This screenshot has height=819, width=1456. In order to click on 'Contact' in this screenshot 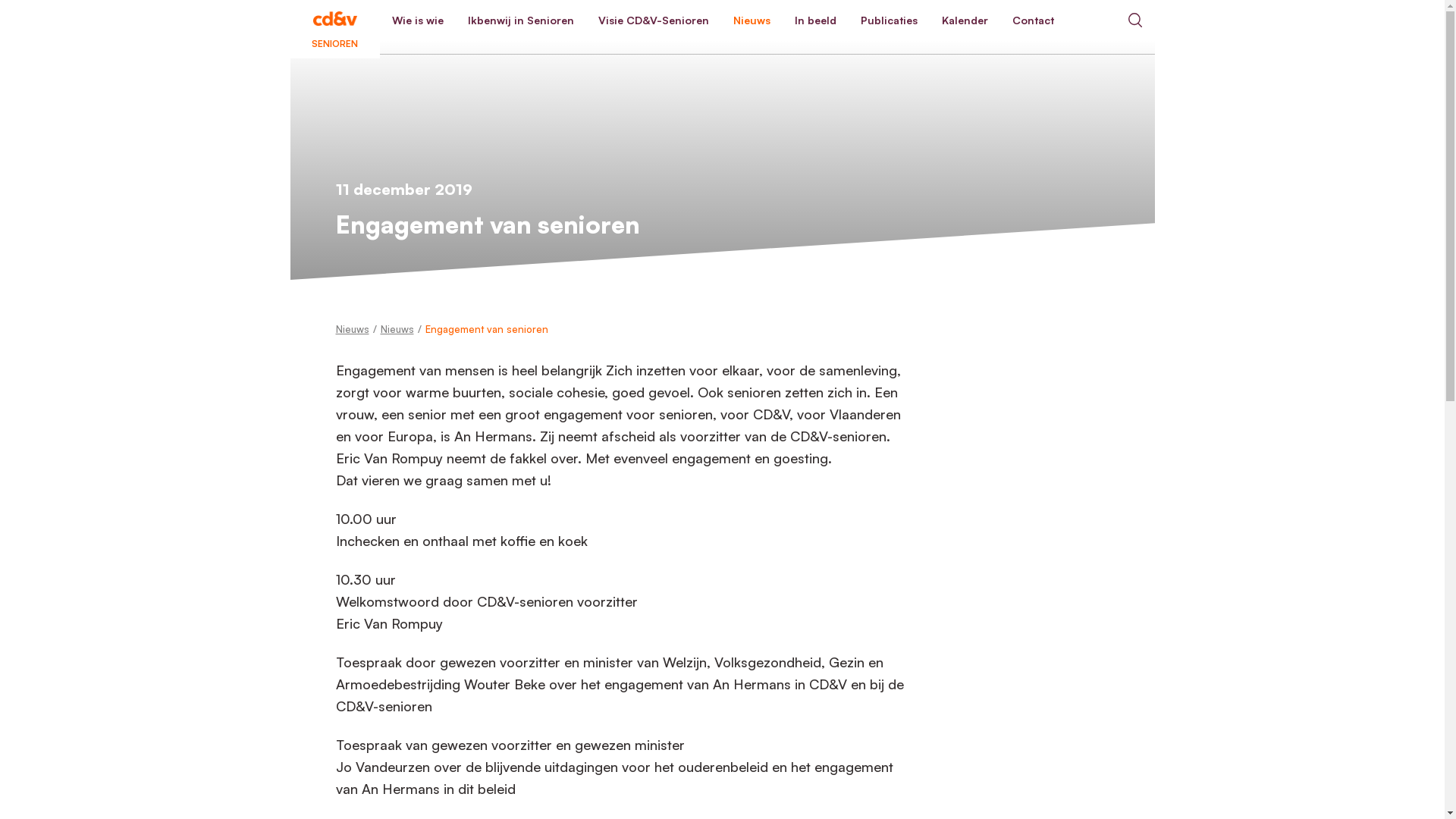, I will do `click(1031, 20)`.